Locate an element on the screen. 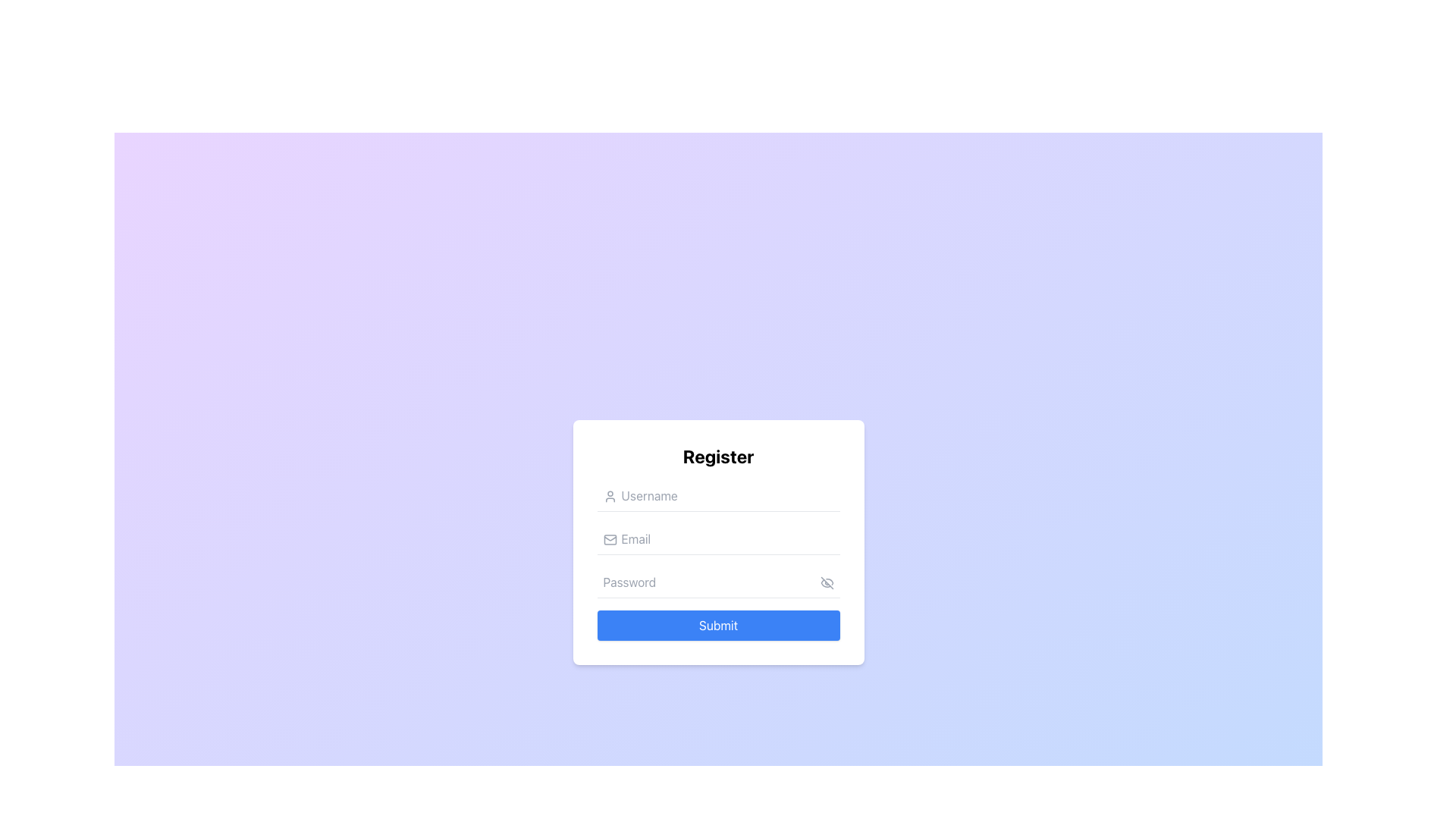 This screenshot has width=1456, height=819. the password visibility toggle icon, which is an eye with a slash through it, located at the far right of the password input field in the registration form is located at coordinates (826, 582).